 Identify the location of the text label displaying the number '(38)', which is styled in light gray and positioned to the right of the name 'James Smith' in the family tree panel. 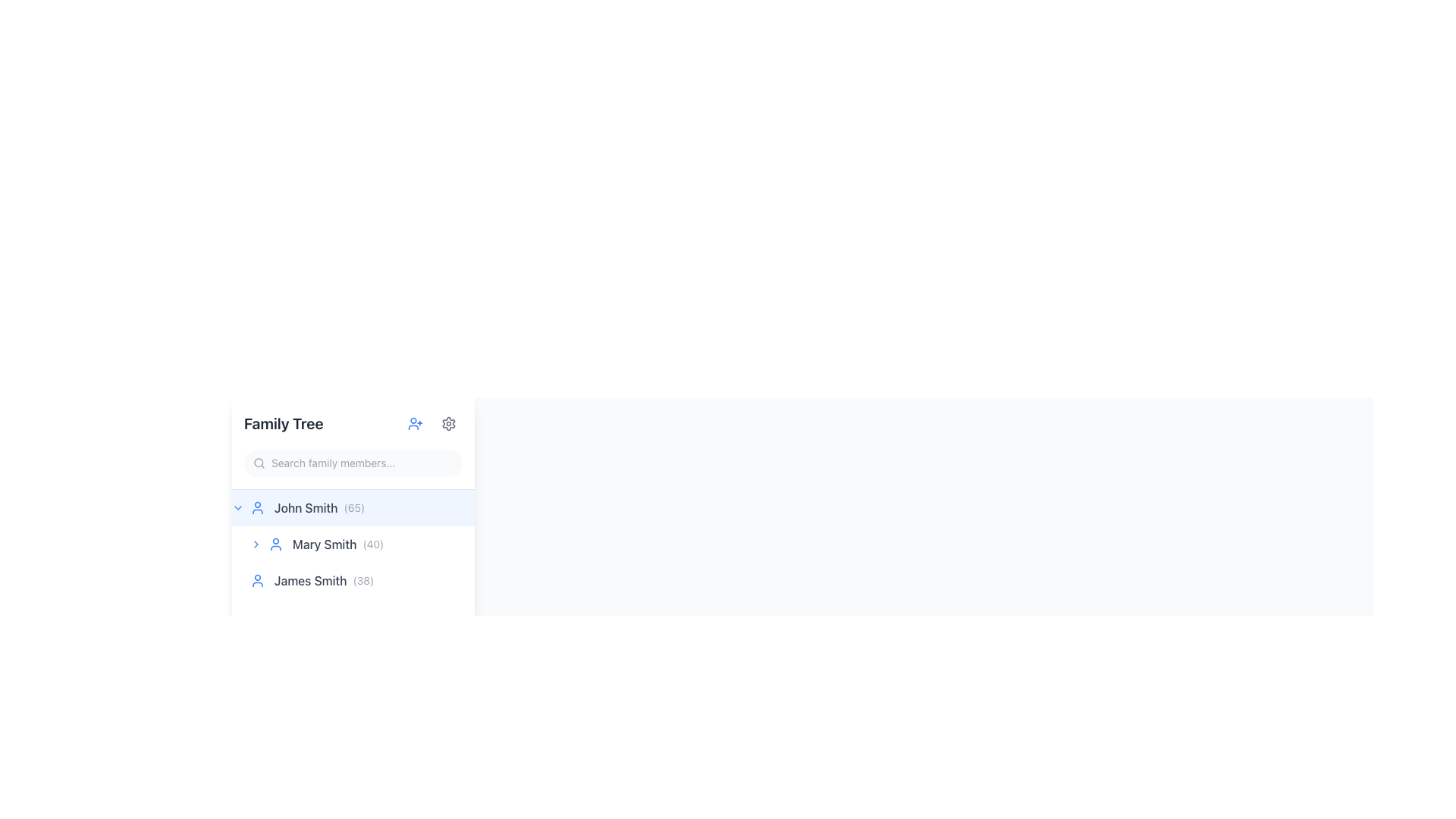
(362, 580).